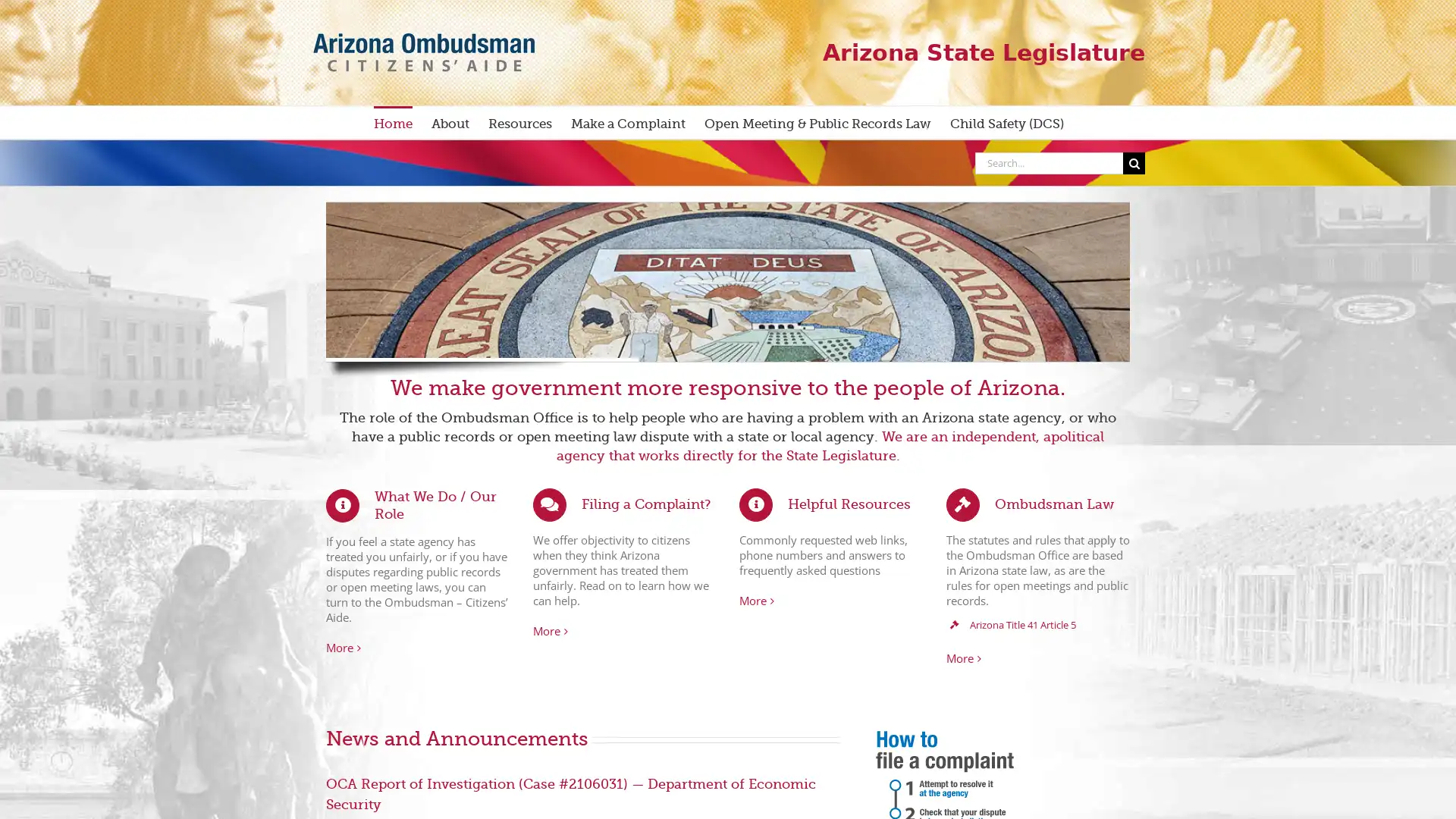 This screenshot has width=1456, height=819. What do you see at coordinates (1134, 162) in the screenshot?
I see `Search` at bounding box center [1134, 162].